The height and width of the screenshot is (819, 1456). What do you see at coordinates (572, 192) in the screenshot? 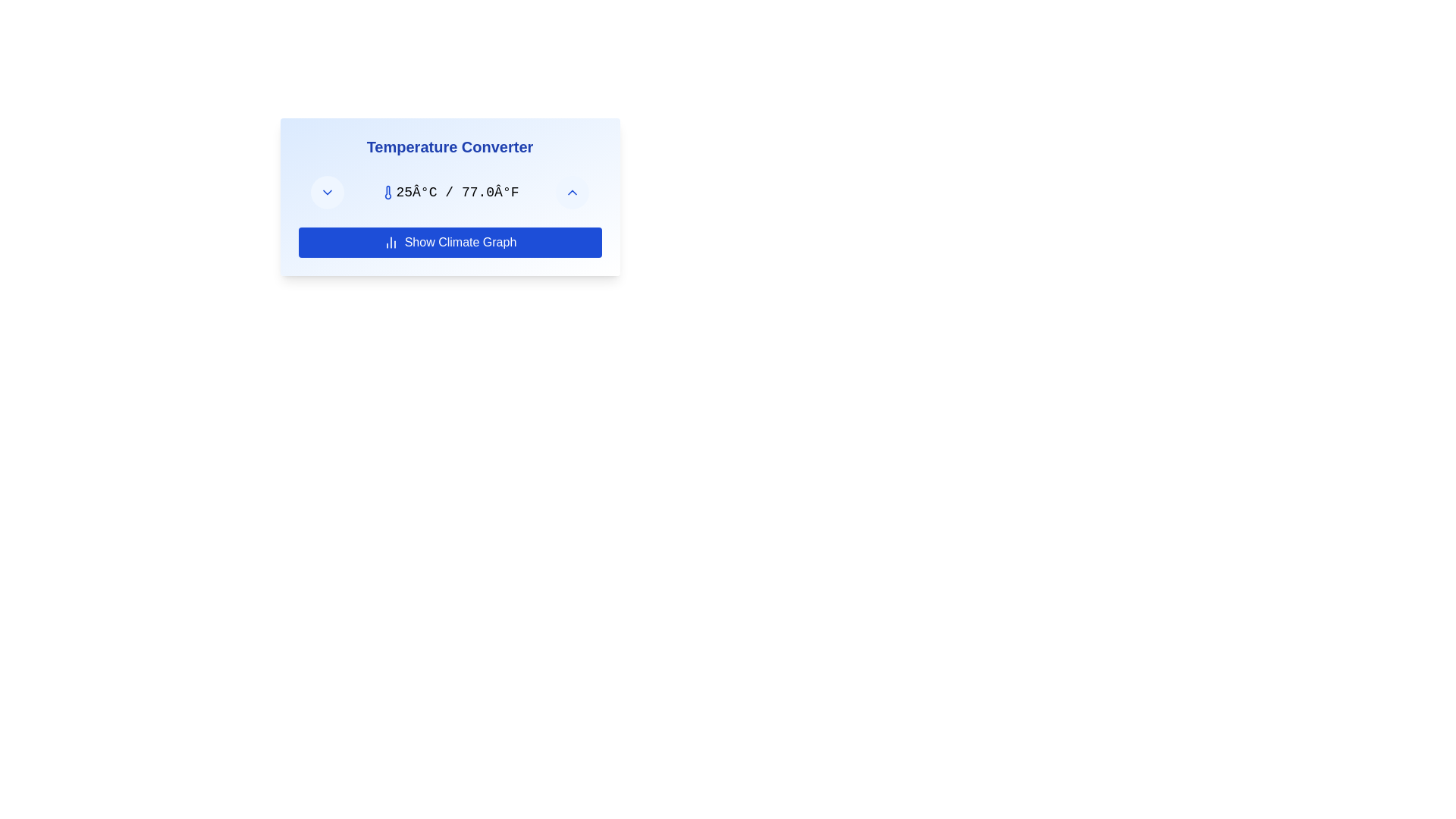
I see `the upward-pointing chevron icon button with a blue color and light blue circular background, located to the right of the temperature text in the Temperature Converter interface` at bounding box center [572, 192].